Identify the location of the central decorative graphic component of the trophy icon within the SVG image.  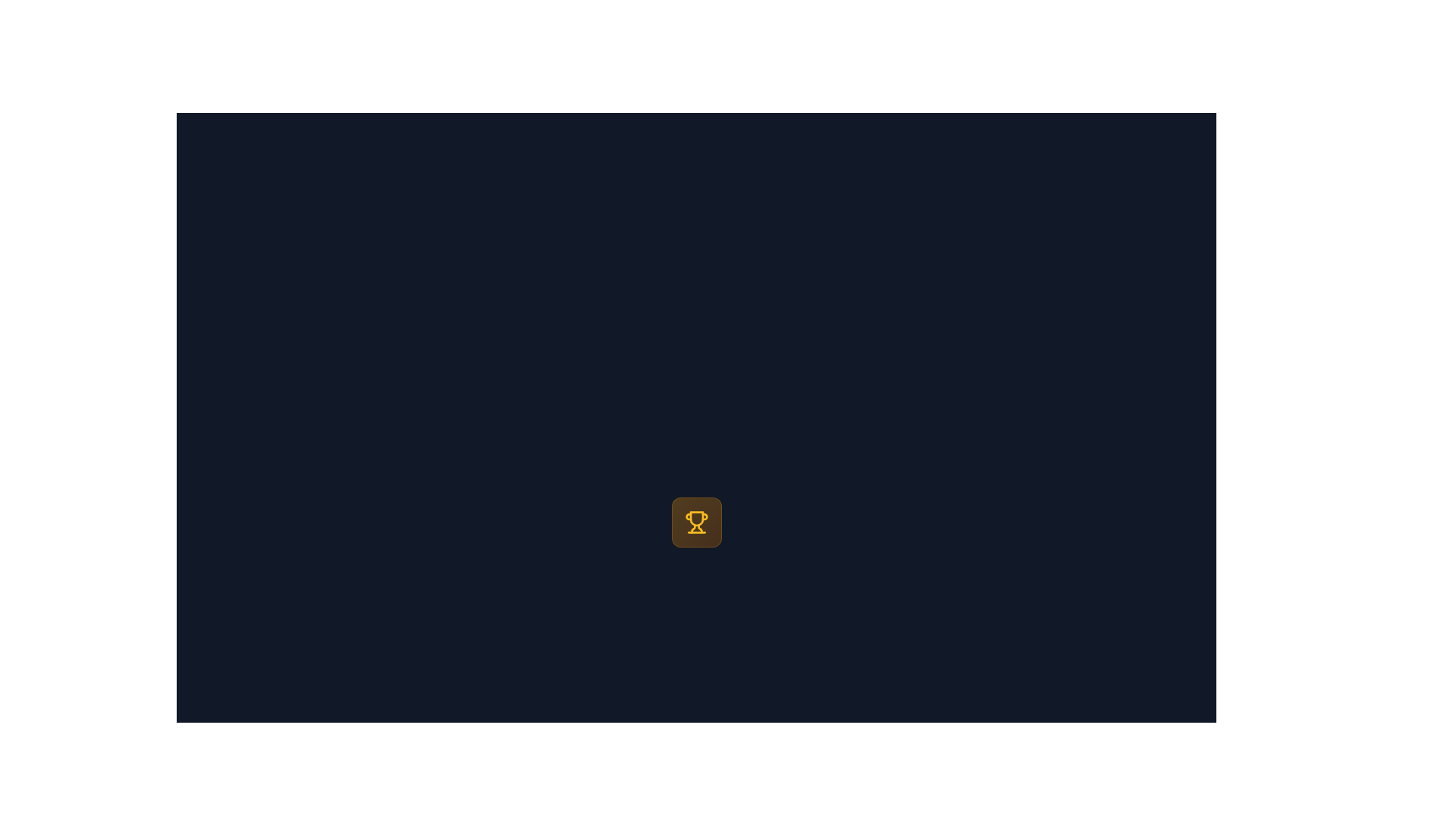
(695, 518).